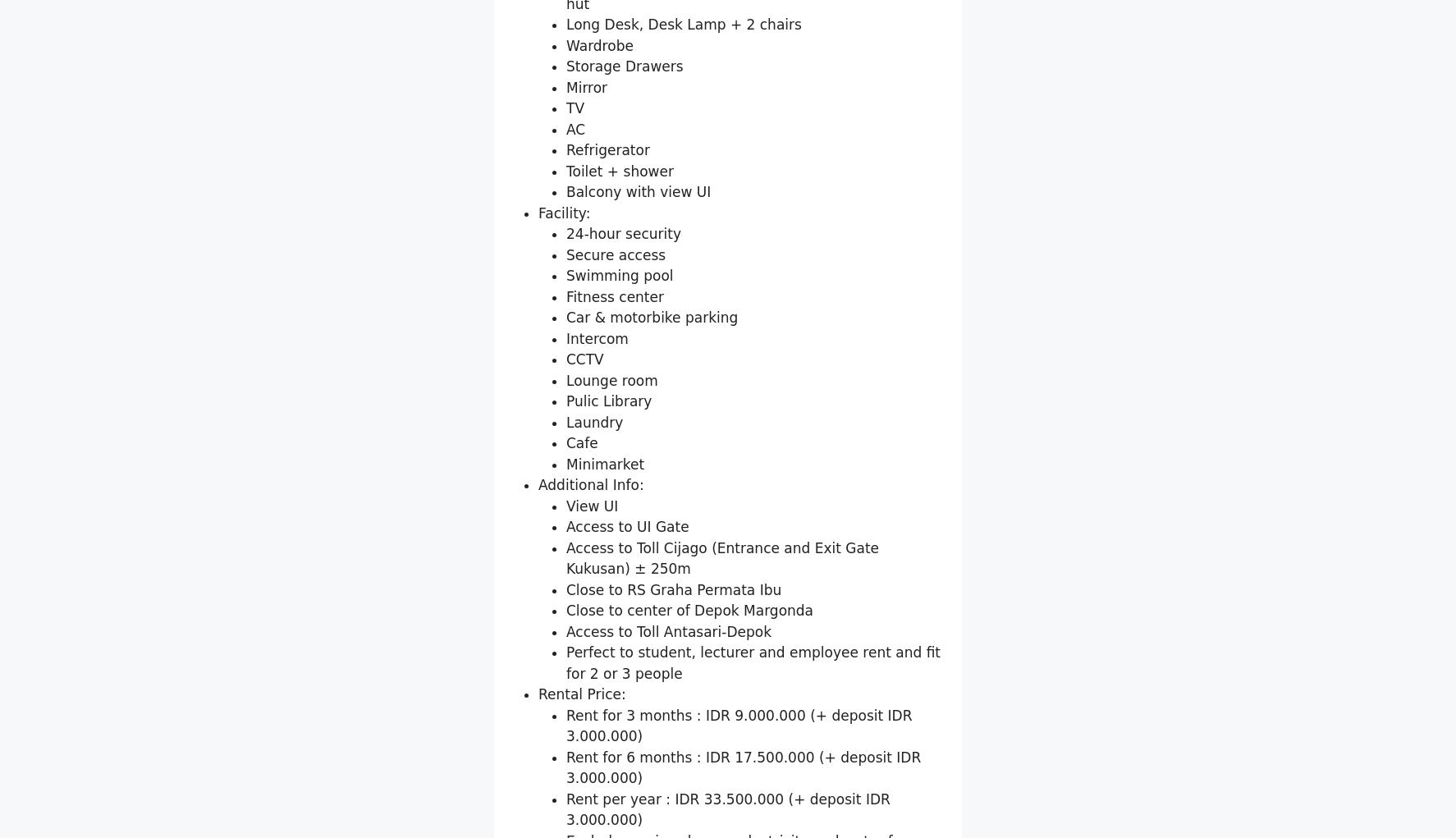 The image size is (1456, 838). Describe the element at coordinates (590, 675) in the screenshot. I see `'Additional Info:'` at that location.